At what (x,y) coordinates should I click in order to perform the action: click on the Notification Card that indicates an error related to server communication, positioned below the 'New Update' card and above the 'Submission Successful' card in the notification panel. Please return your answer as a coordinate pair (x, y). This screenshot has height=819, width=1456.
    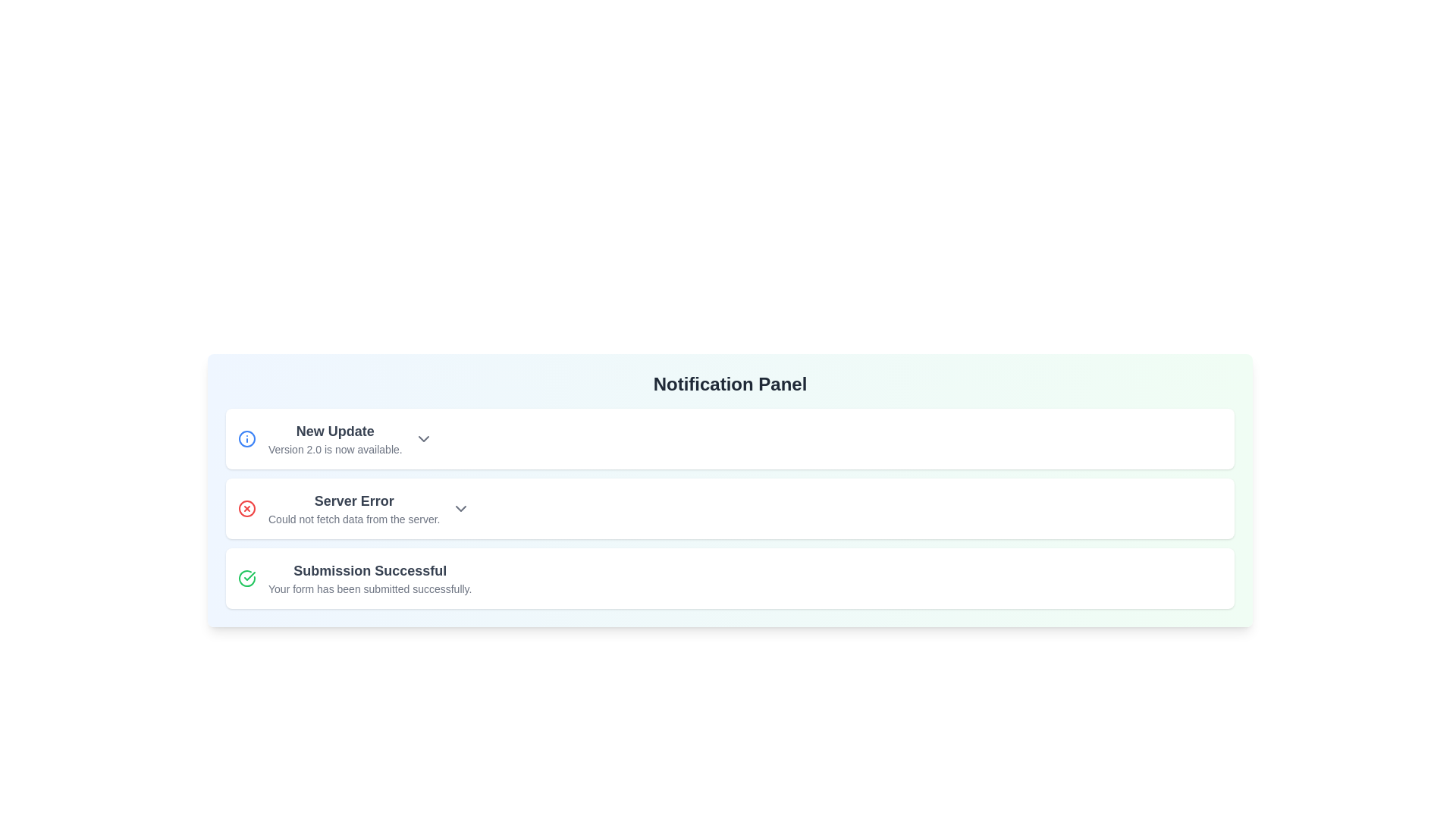
    Looking at the image, I should click on (730, 509).